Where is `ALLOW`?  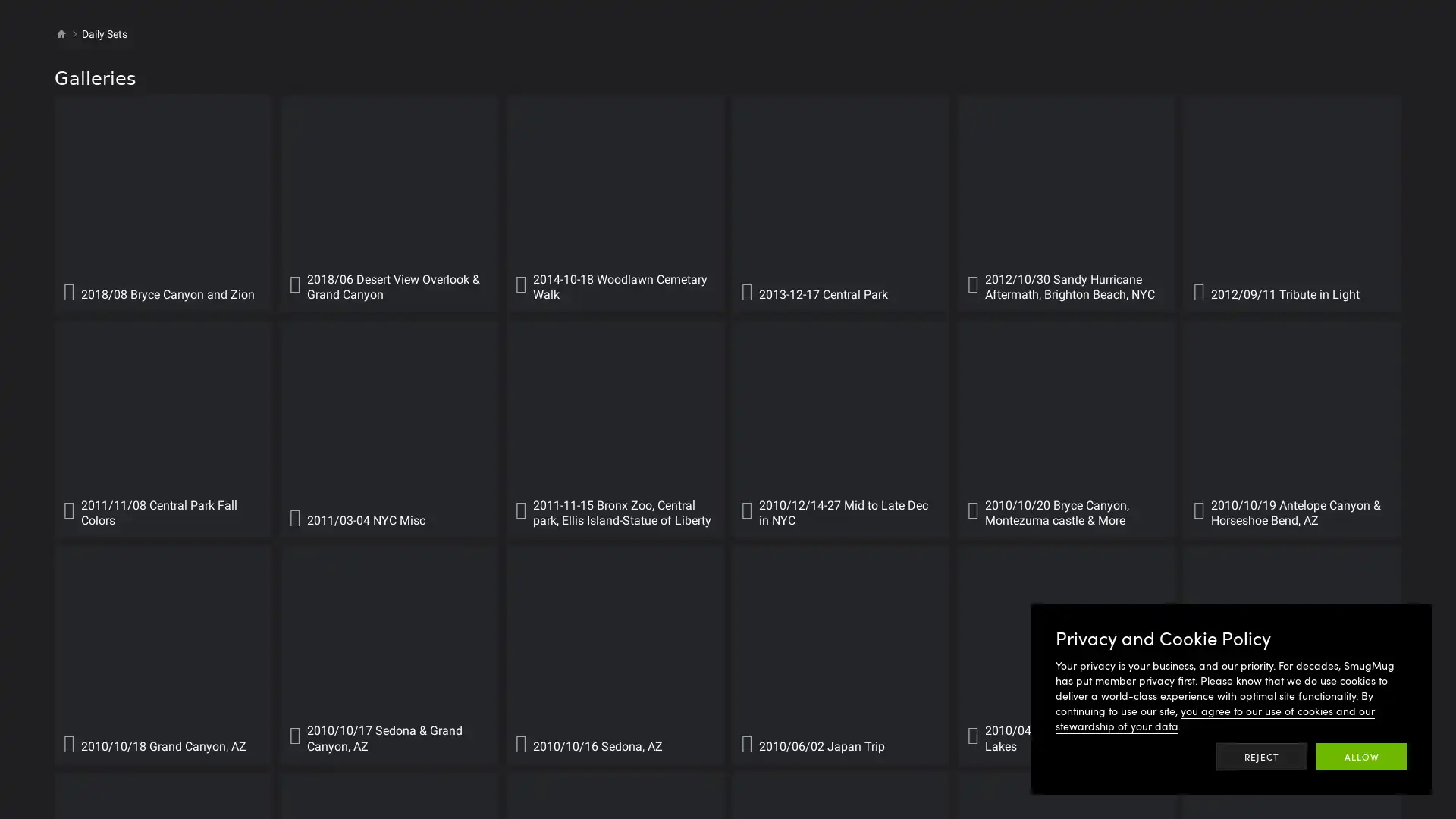
ALLOW is located at coordinates (1361, 757).